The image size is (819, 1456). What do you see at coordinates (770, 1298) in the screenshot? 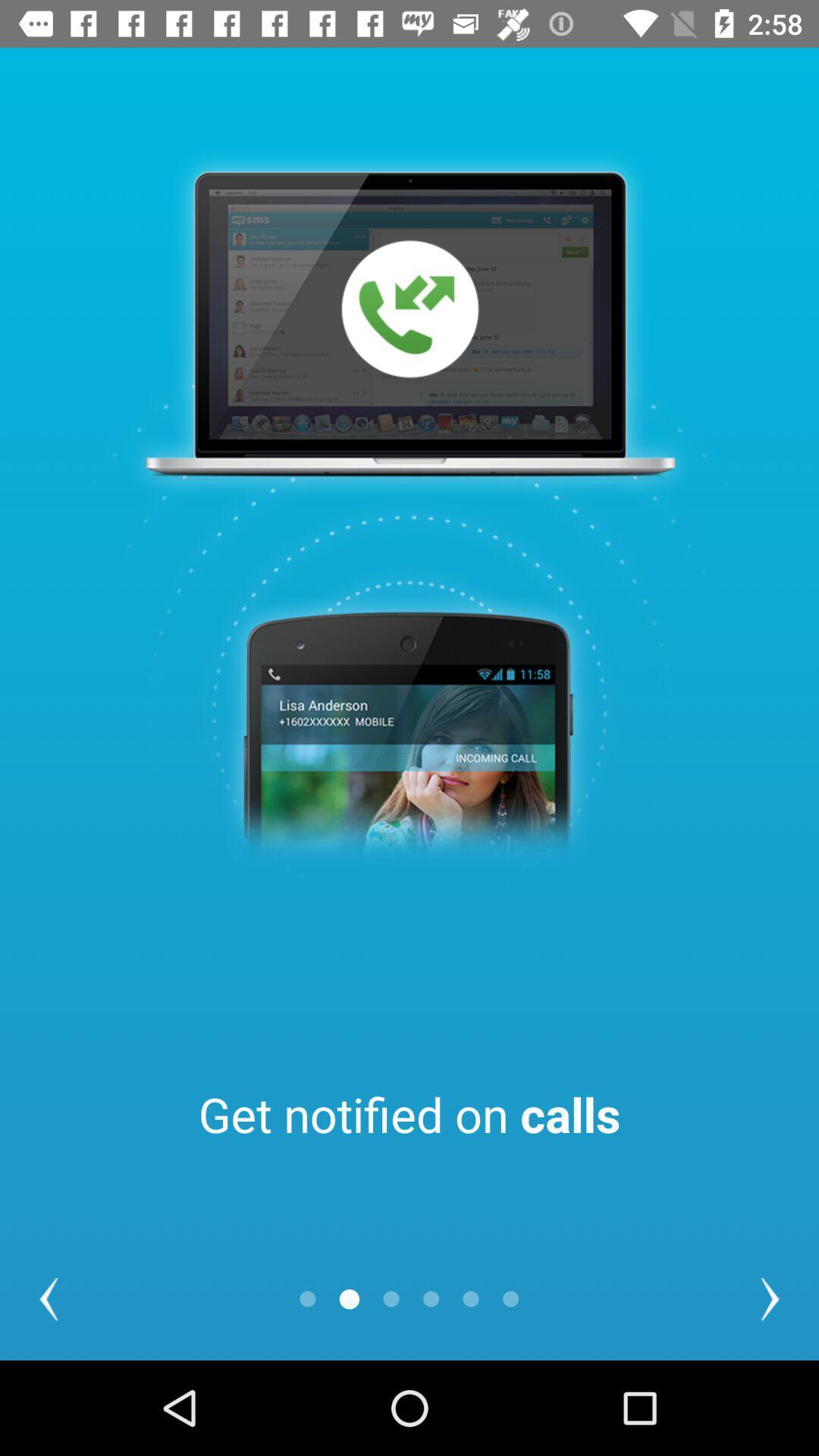
I see `the arrow_forward icon` at bounding box center [770, 1298].